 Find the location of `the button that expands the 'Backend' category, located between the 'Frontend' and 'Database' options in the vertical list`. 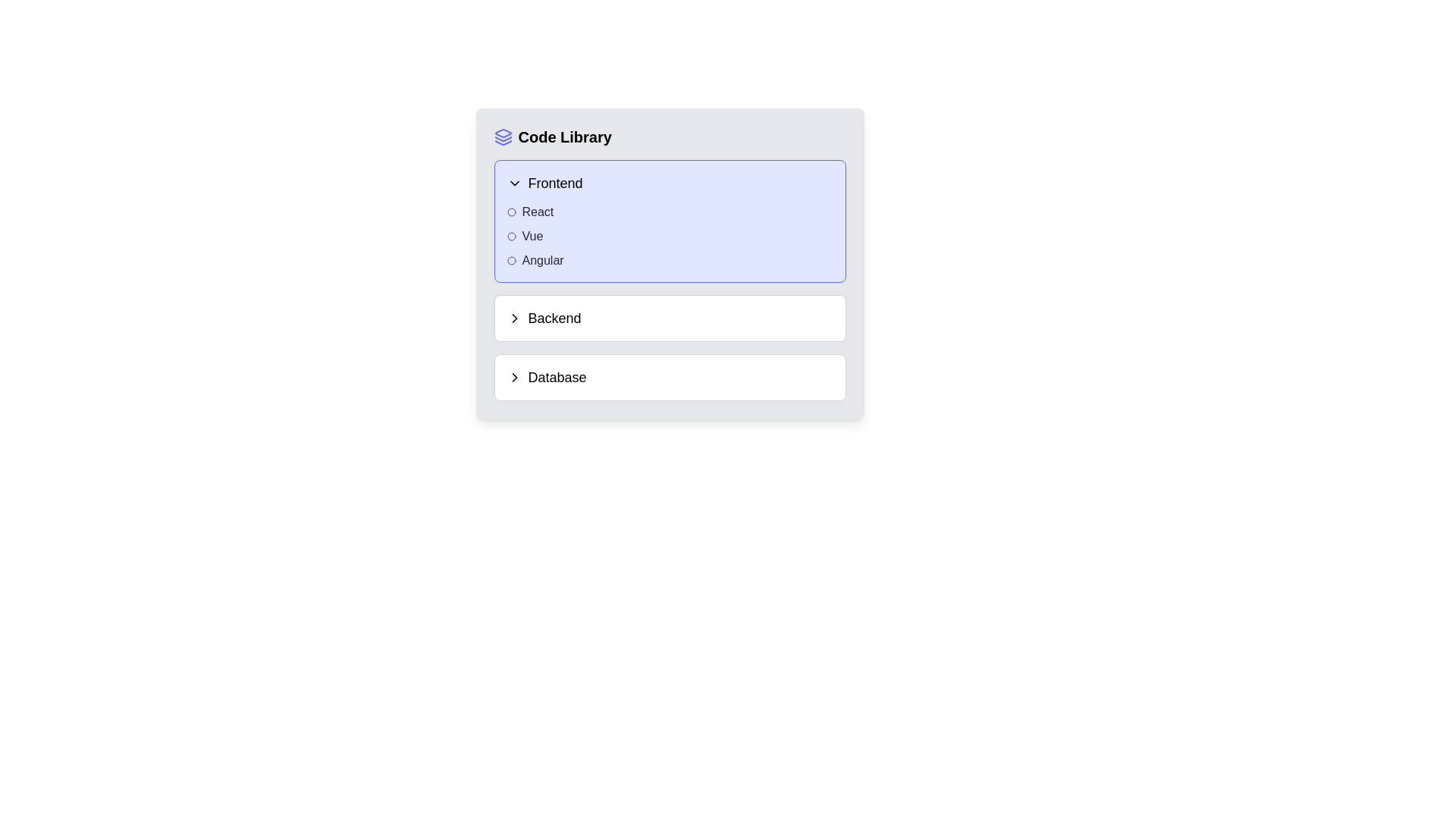

the button that expands the 'Backend' category, located between the 'Frontend' and 'Database' options in the vertical list is located at coordinates (669, 318).